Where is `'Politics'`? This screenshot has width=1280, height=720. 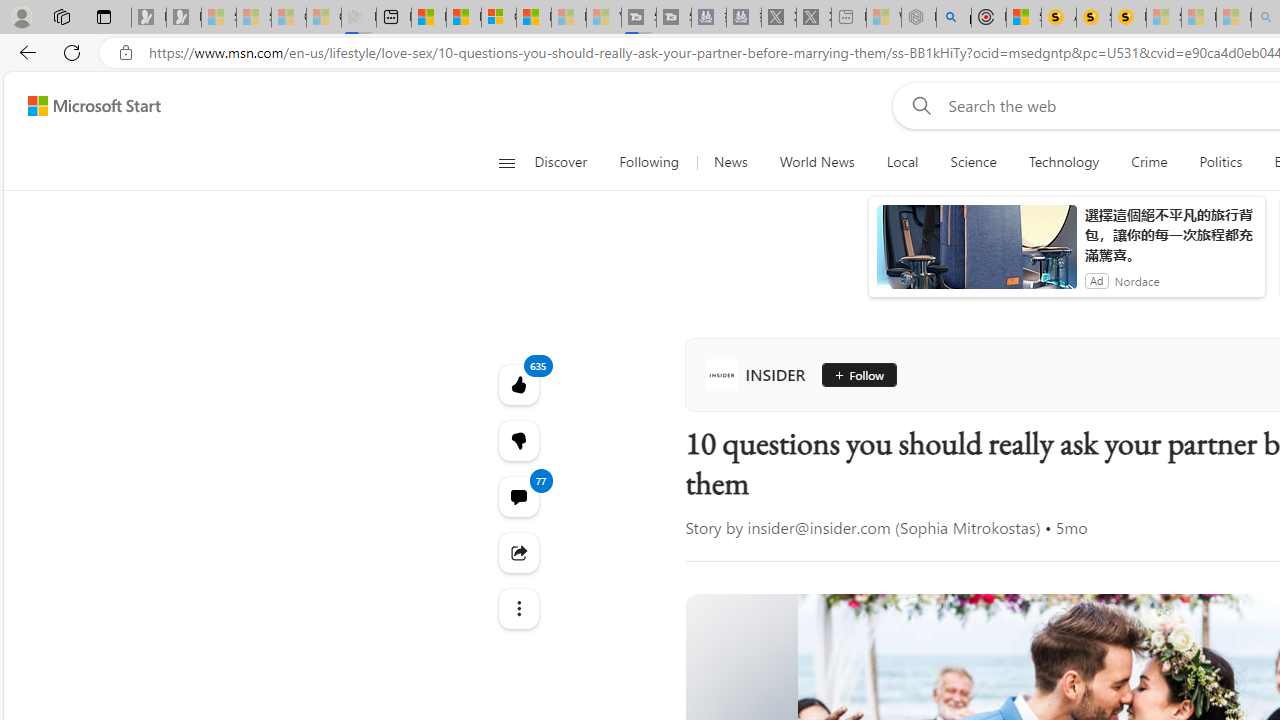 'Politics' is located at coordinates (1220, 162).